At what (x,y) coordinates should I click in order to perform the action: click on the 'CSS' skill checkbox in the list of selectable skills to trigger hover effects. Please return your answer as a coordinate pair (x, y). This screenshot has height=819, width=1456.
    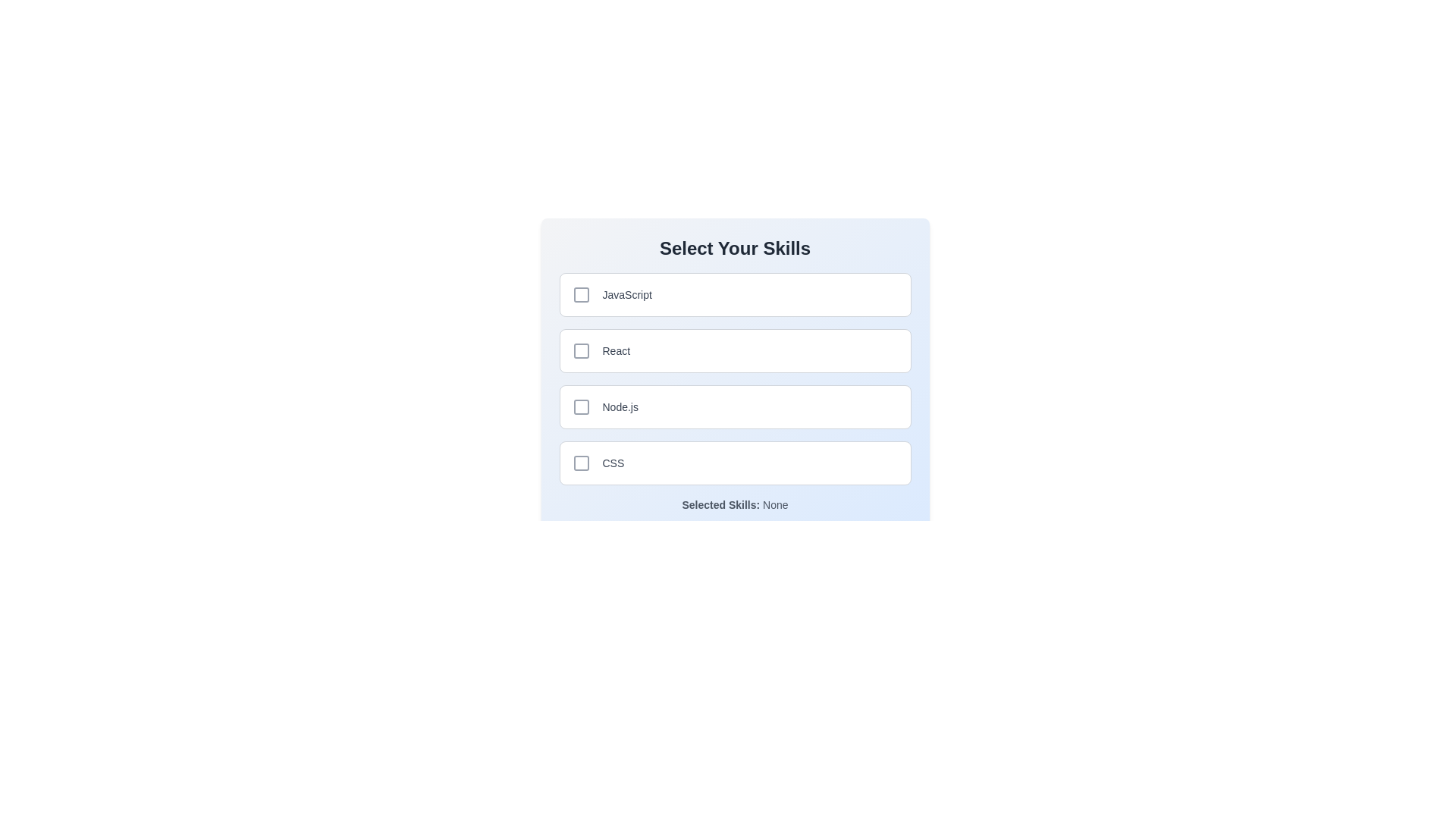
    Looking at the image, I should click on (735, 462).